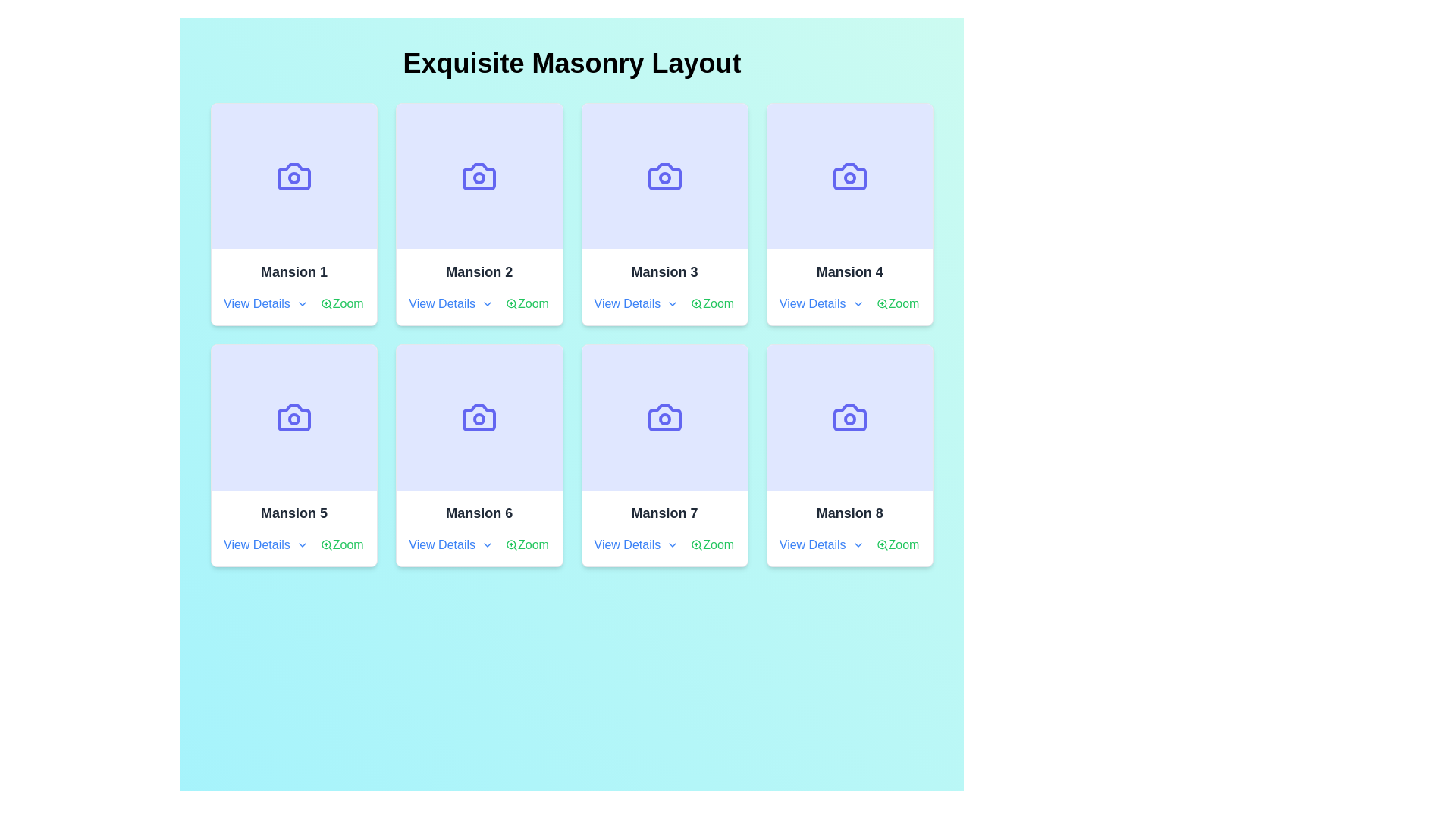 Image resolution: width=1456 pixels, height=819 pixels. Describe the element at coordinates (294, 418) in the screenshot. I see `the camera-shaped icon with a bold indigo outline, located in the fifth card of an eight-card grid, centered above the 'Mansion 5' text` at that location.